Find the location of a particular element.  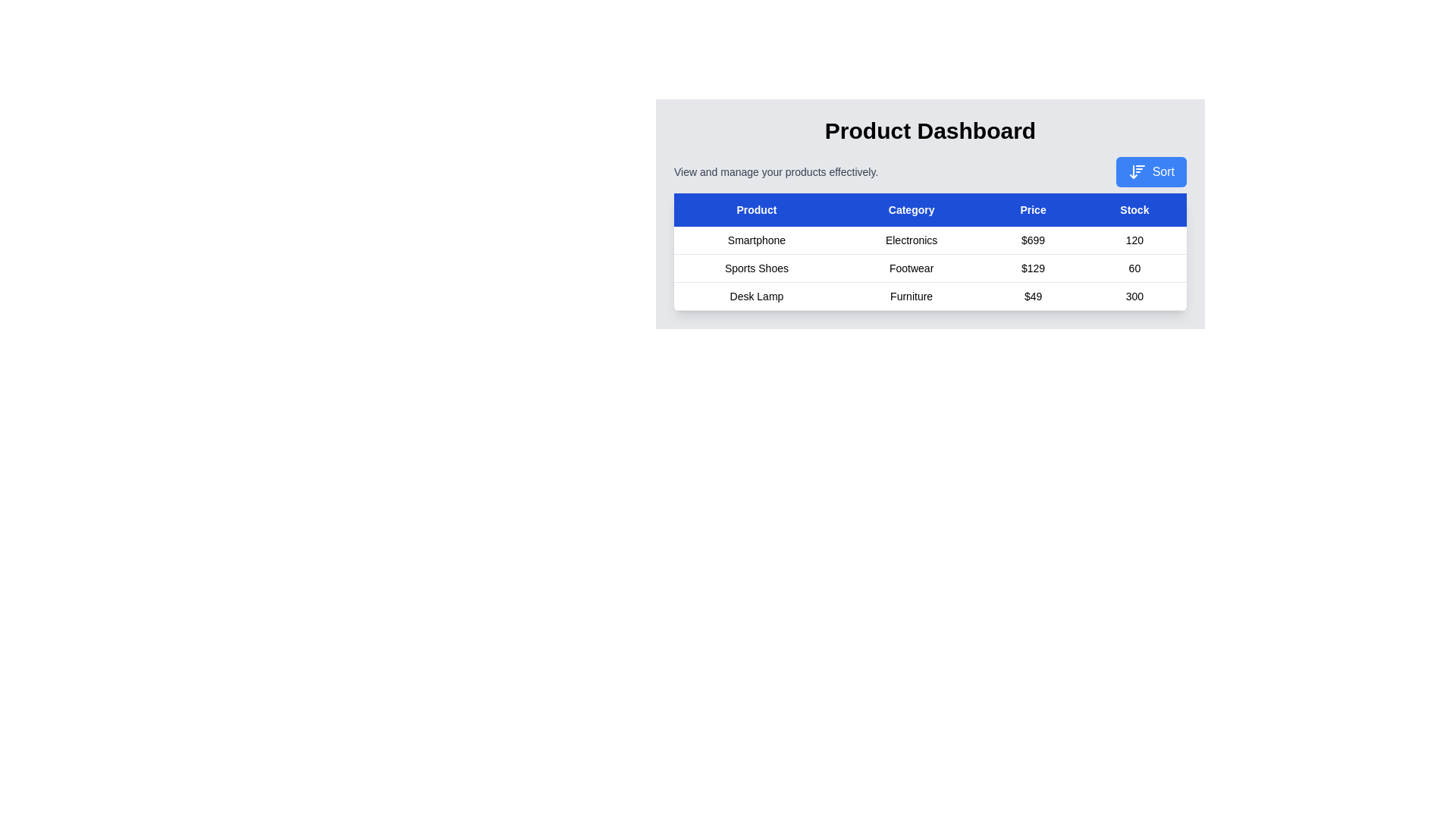

the Stock table header to sort the table by that column is located at coordinates (1134, 210).